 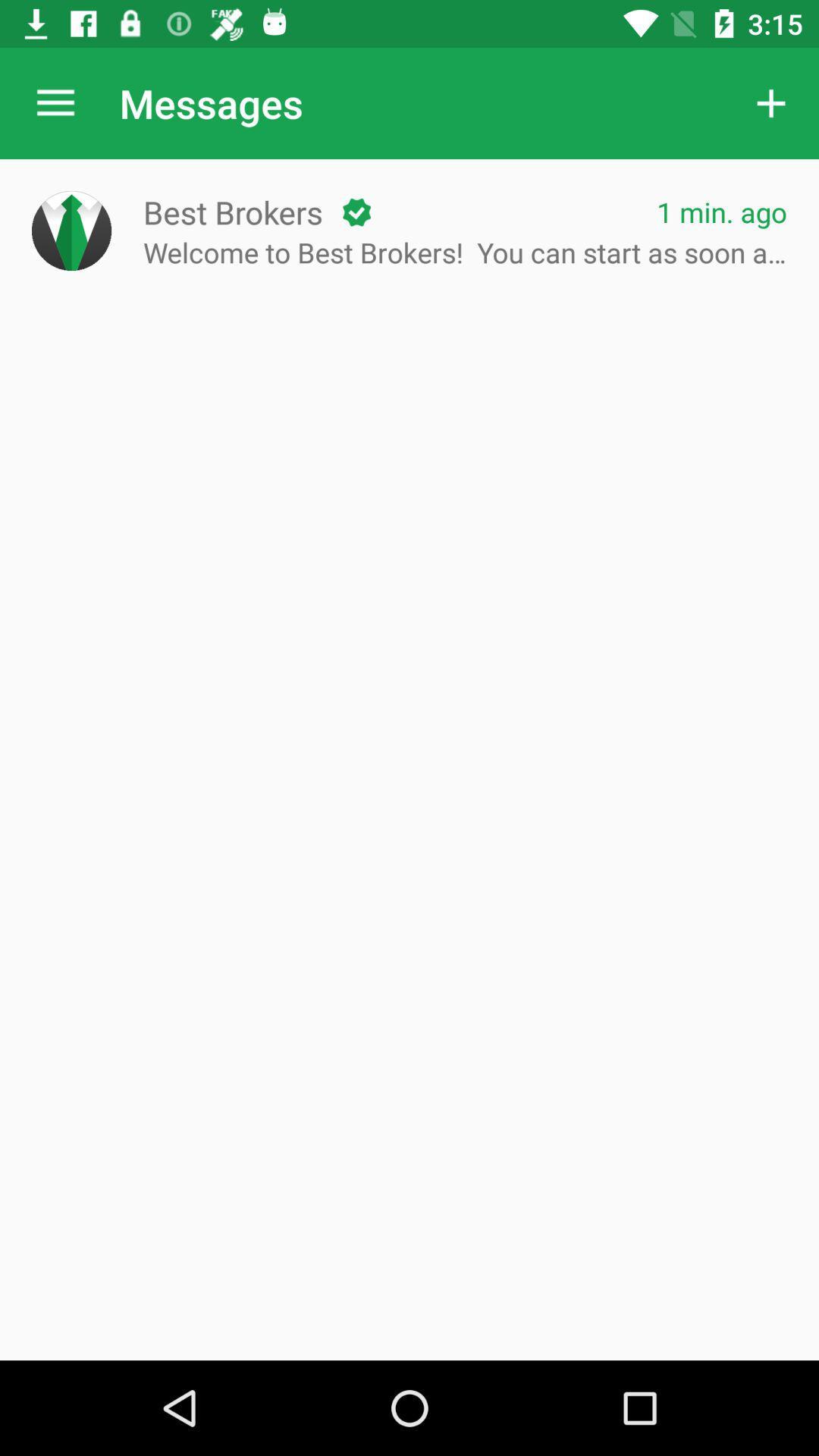 I want to click on the item next to the messages item, so click(x=771, y=102).